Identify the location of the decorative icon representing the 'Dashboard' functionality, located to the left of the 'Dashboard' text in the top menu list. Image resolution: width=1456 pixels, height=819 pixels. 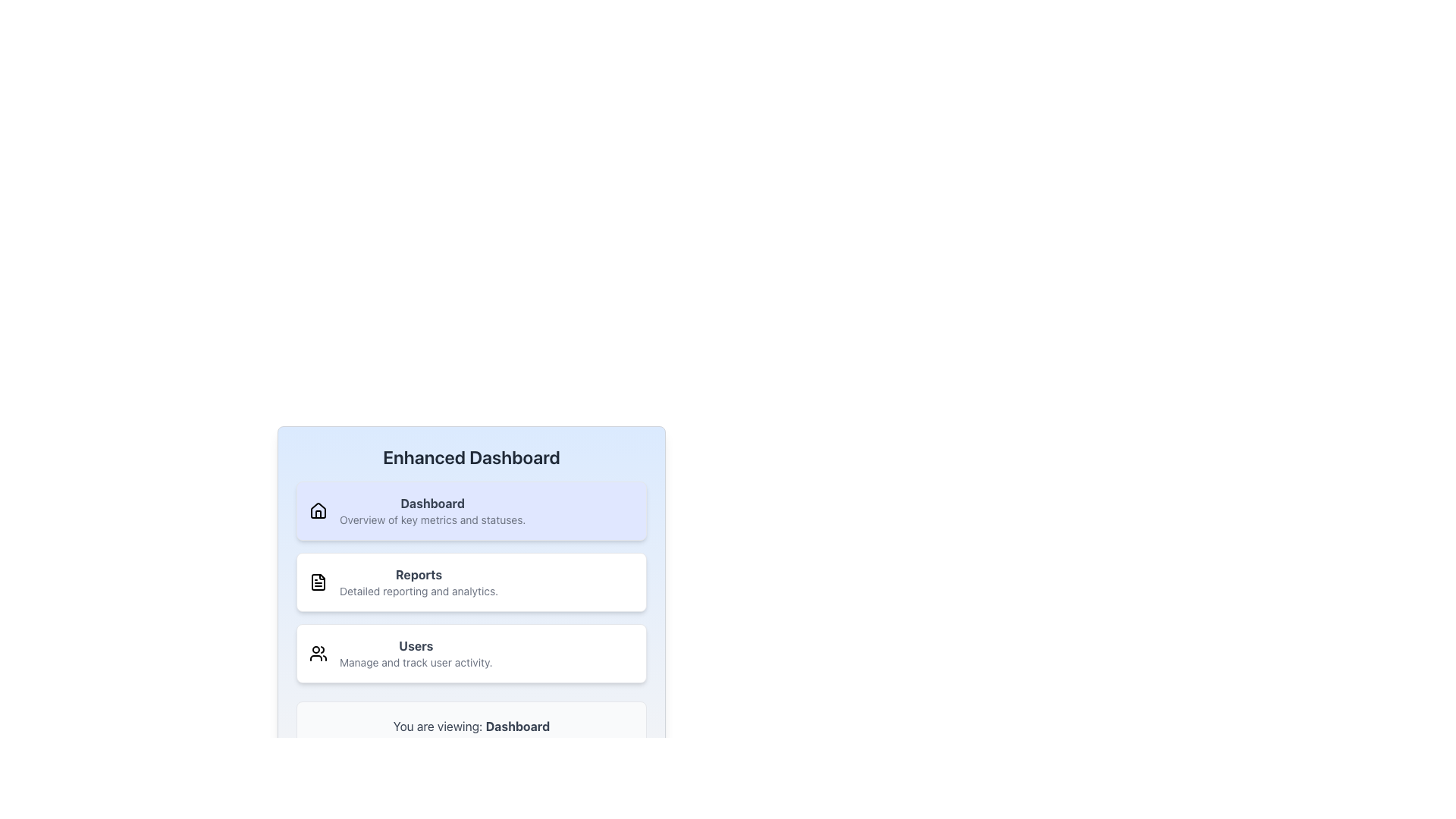
(318, 510).